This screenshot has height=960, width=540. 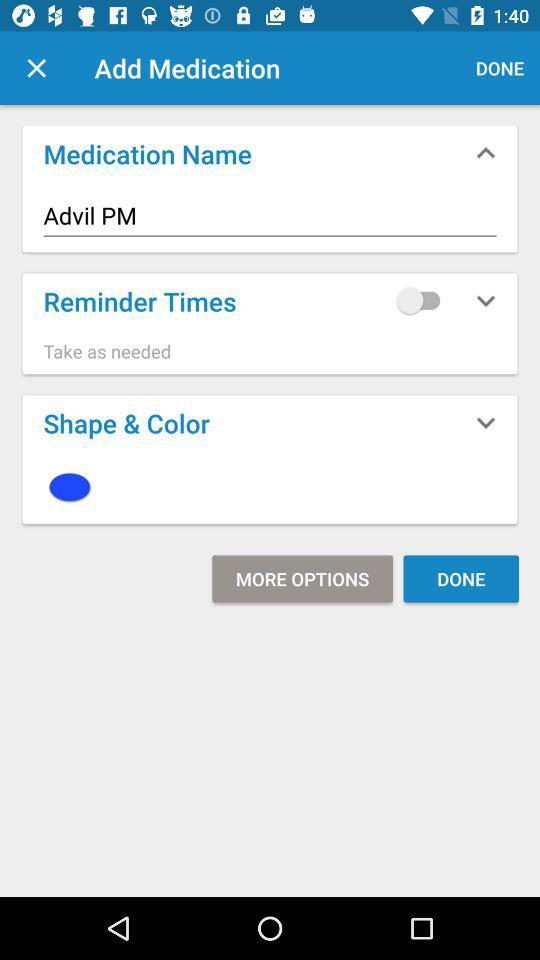 I want to click on item below   icon, so click(x=301, y=578).